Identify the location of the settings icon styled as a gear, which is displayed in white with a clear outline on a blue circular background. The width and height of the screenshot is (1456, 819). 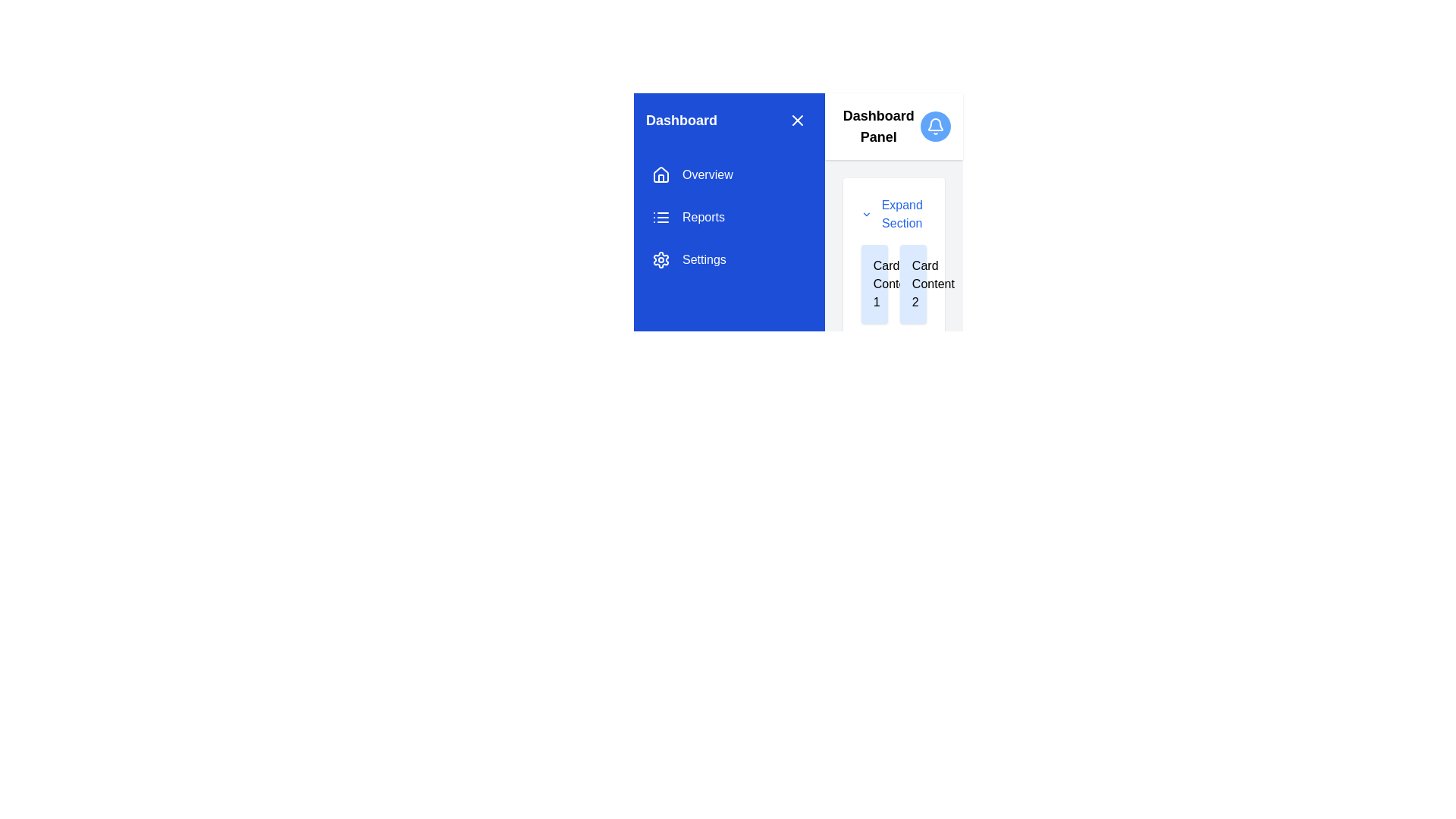
(661, 259).